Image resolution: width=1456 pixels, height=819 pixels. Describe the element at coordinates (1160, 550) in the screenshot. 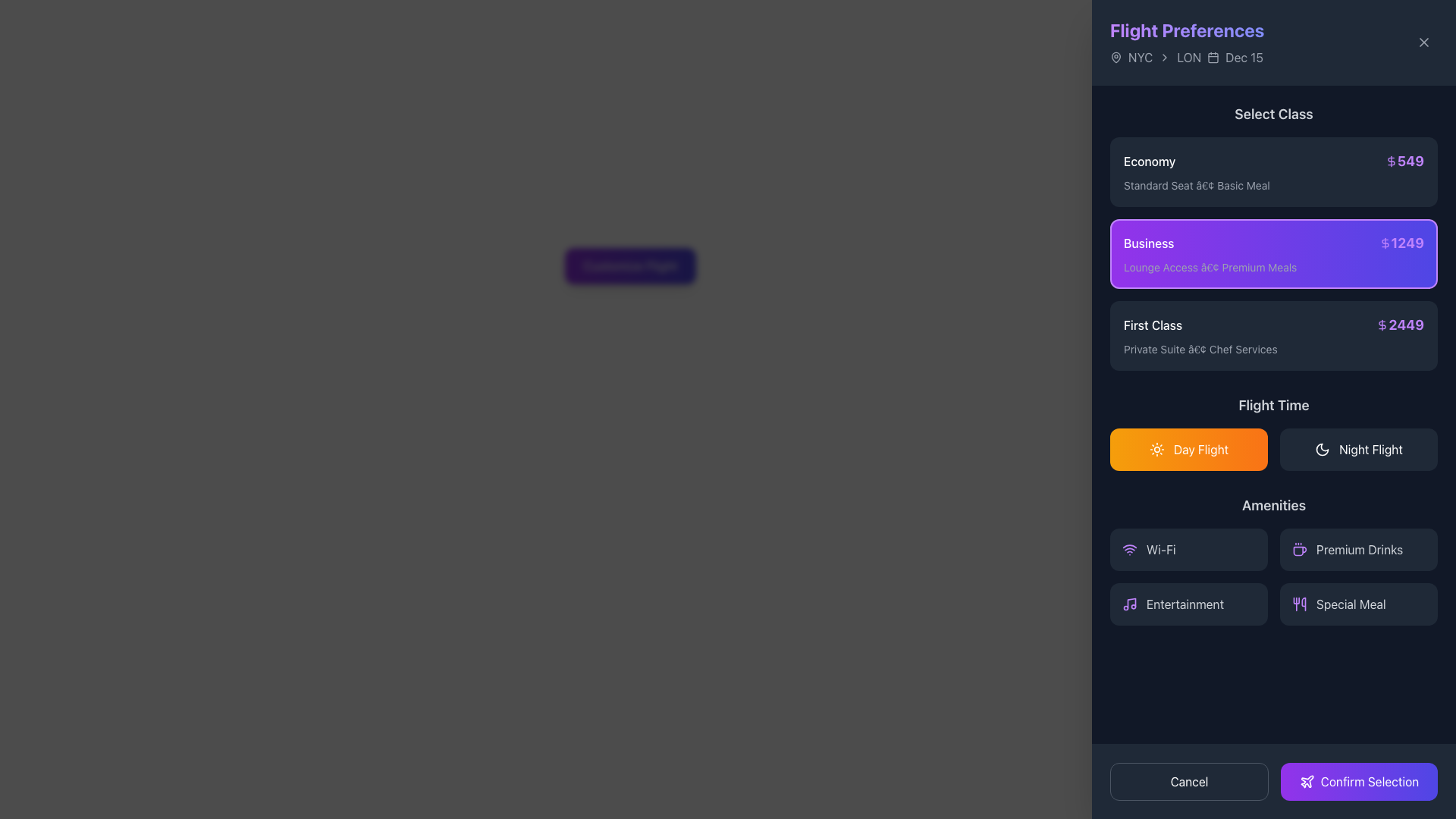

I see `the Text label that indicates Wi-Fi-related amenities, located in the 'Amenities' section as the first row item` at that location.